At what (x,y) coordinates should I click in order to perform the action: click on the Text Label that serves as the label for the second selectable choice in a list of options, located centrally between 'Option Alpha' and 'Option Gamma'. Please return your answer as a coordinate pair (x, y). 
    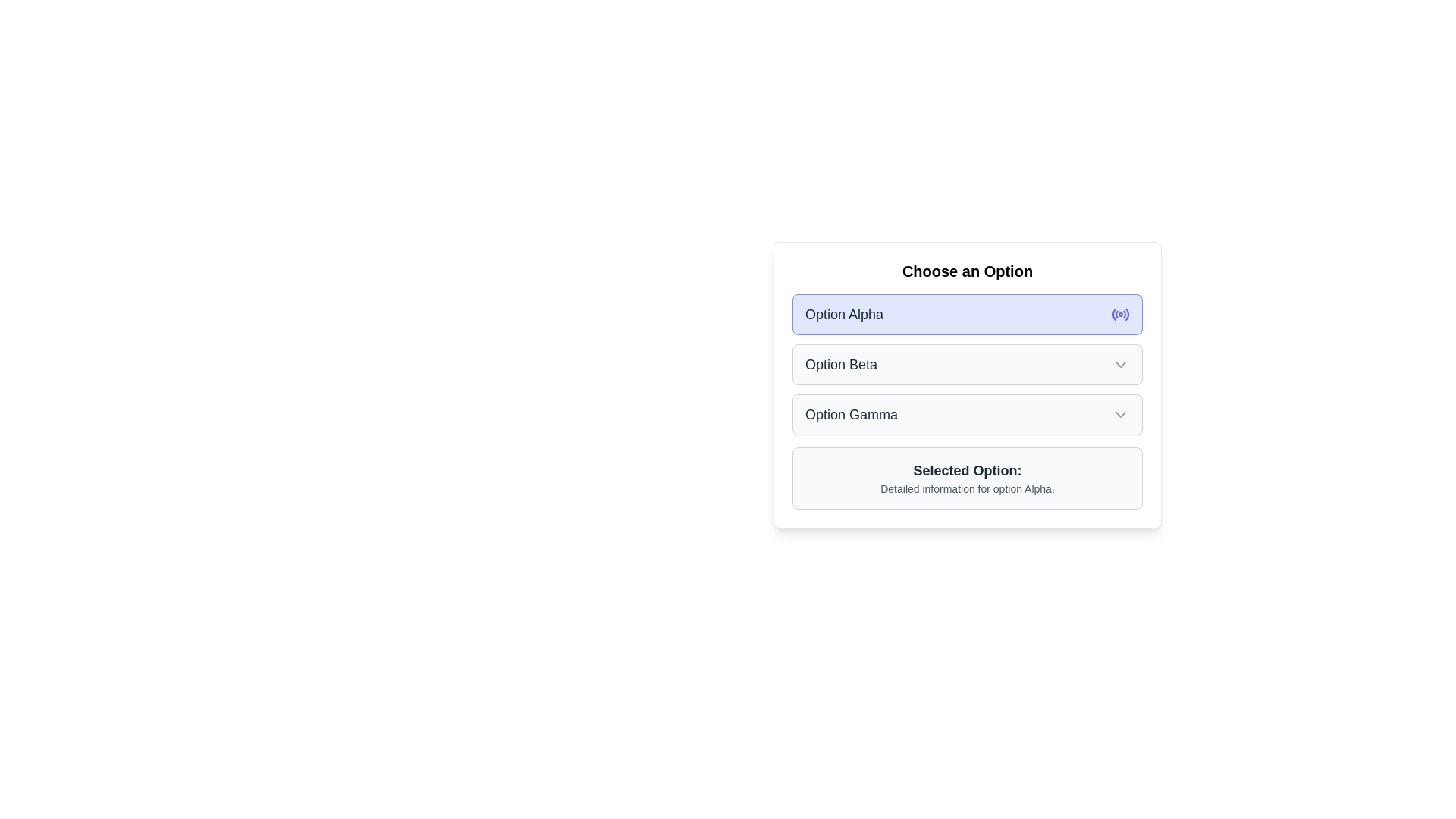
    Looking at the image, I should click on (840, 365).